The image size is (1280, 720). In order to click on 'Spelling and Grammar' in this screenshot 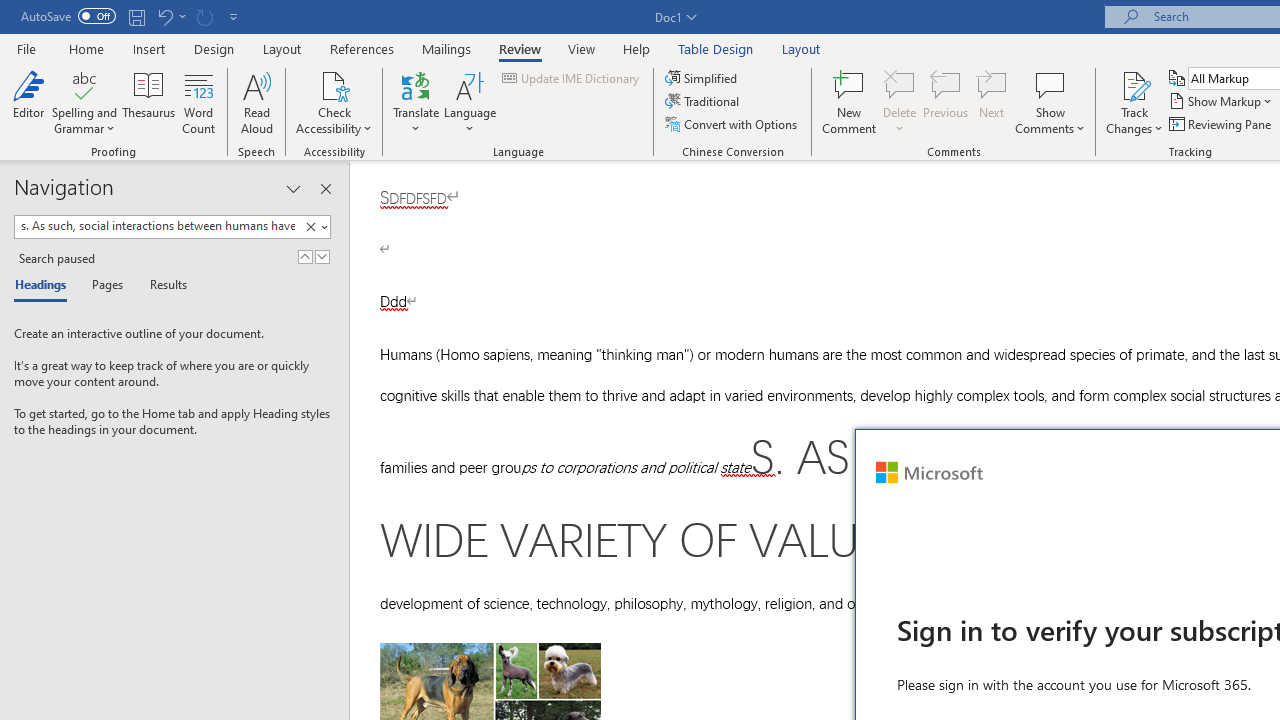, I will do `click(84, 103)`.